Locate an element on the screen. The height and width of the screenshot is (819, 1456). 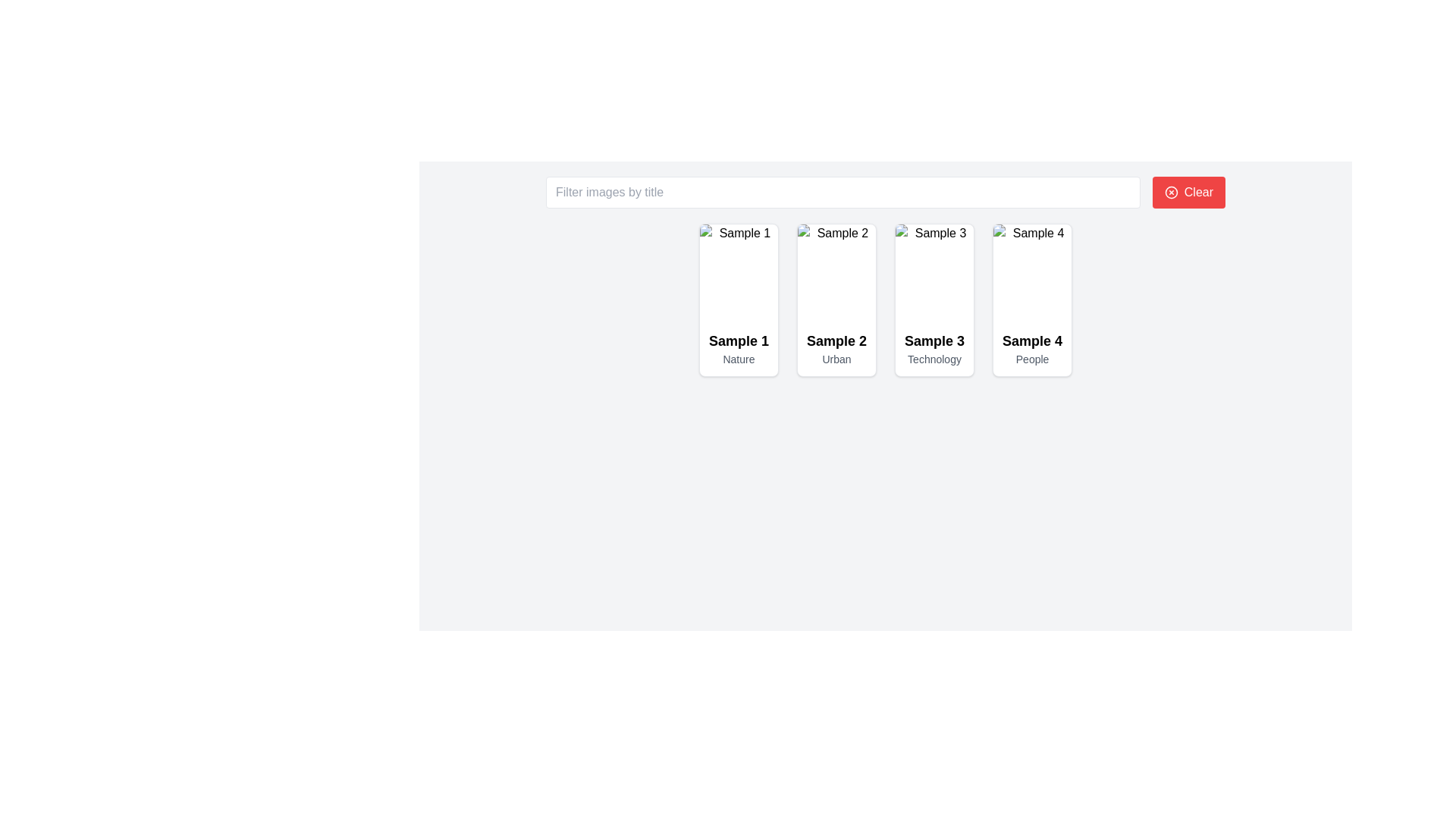
the card labeled 'Sample 4' with the subtitle 'People', which is the fourth card in the grid layout positioned in the first row to the far right is located at coordinates (1031, 300).